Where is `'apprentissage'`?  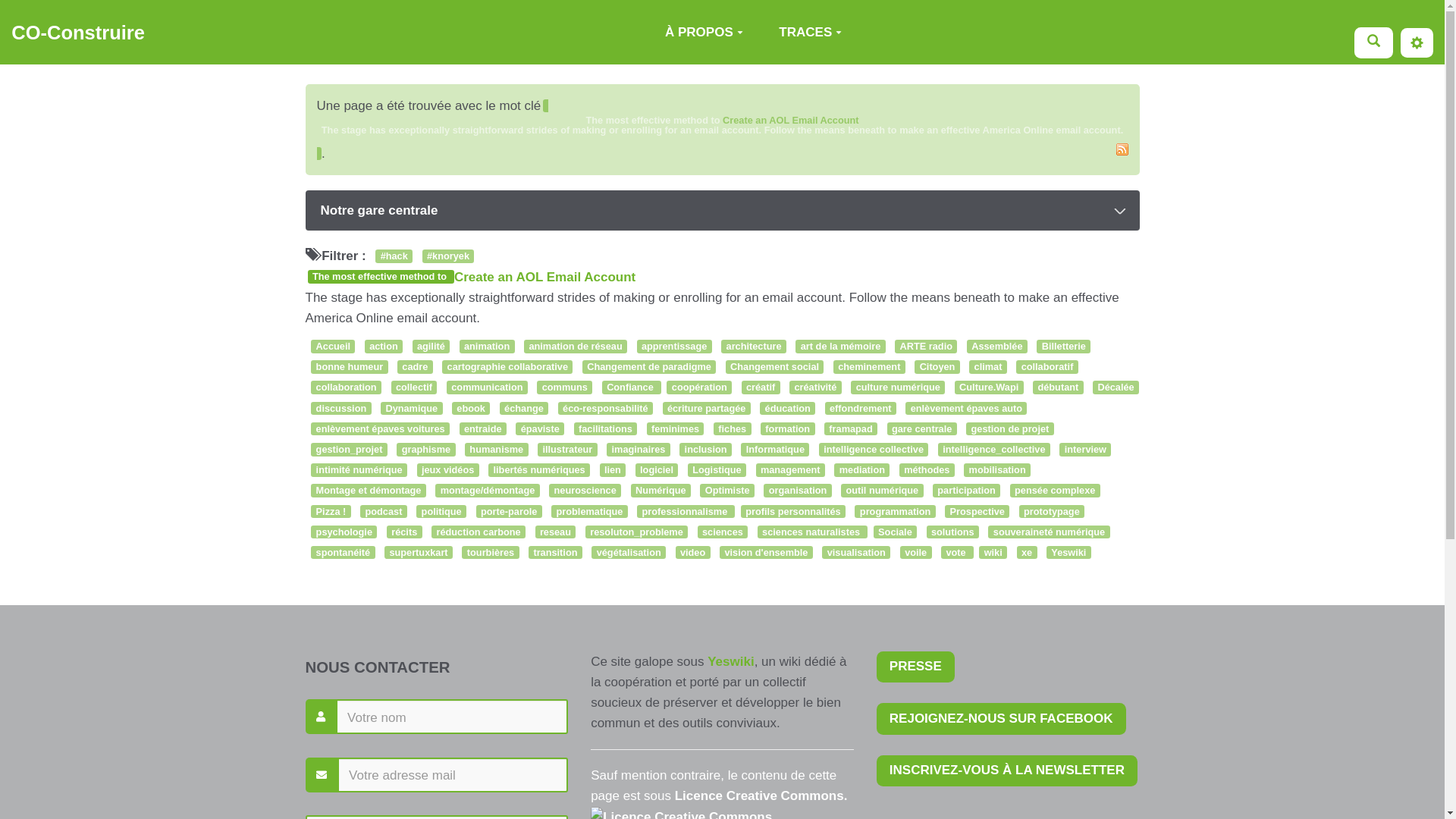
'apprentissage' is located at coordinates (673, 346).